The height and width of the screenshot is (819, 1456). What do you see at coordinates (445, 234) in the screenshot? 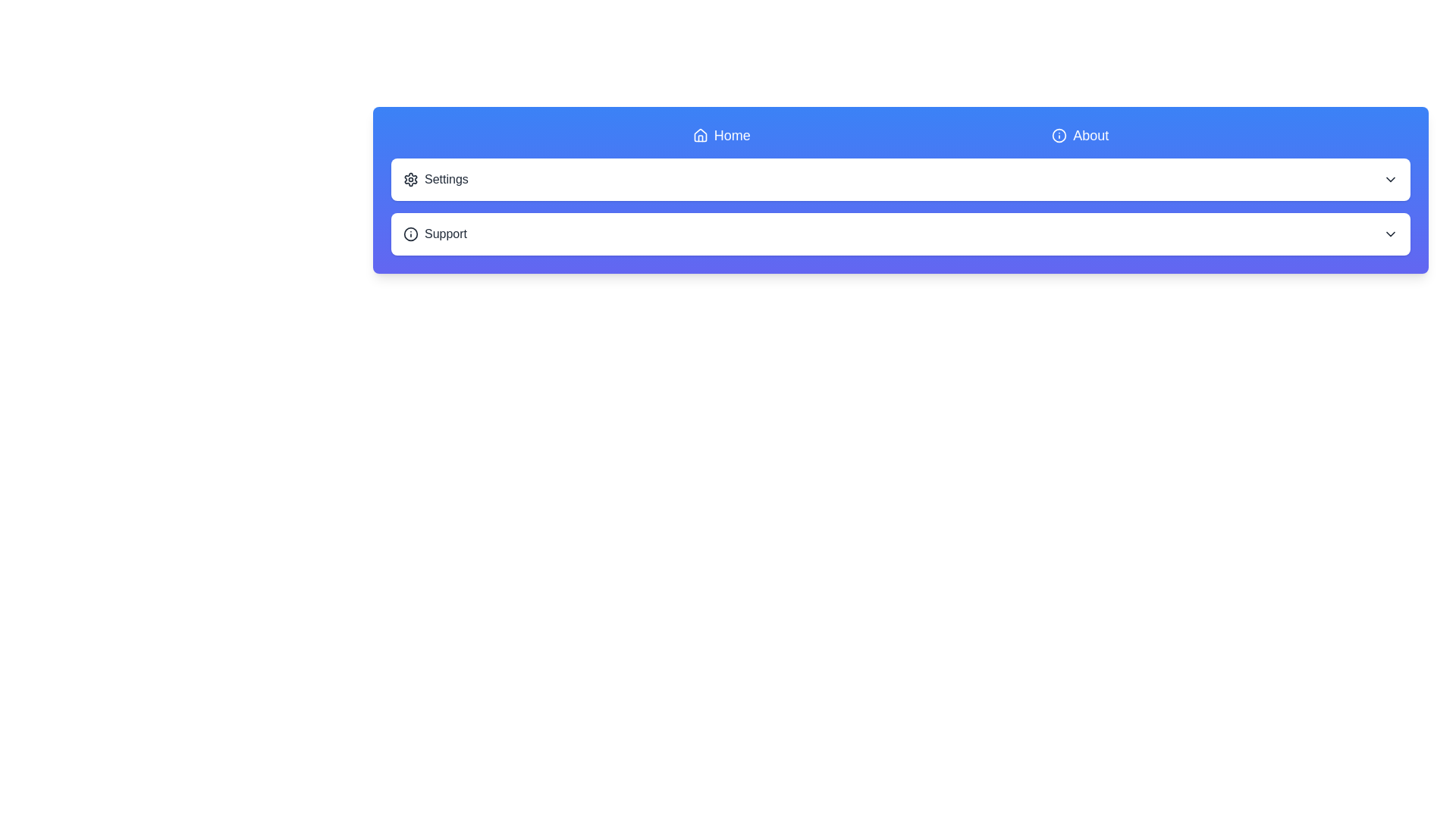
I see `the text label located at the lower row of the interface, which provides a name or description related to support actions, situated closely to an icon on the left` at bounding box center [445, 234].